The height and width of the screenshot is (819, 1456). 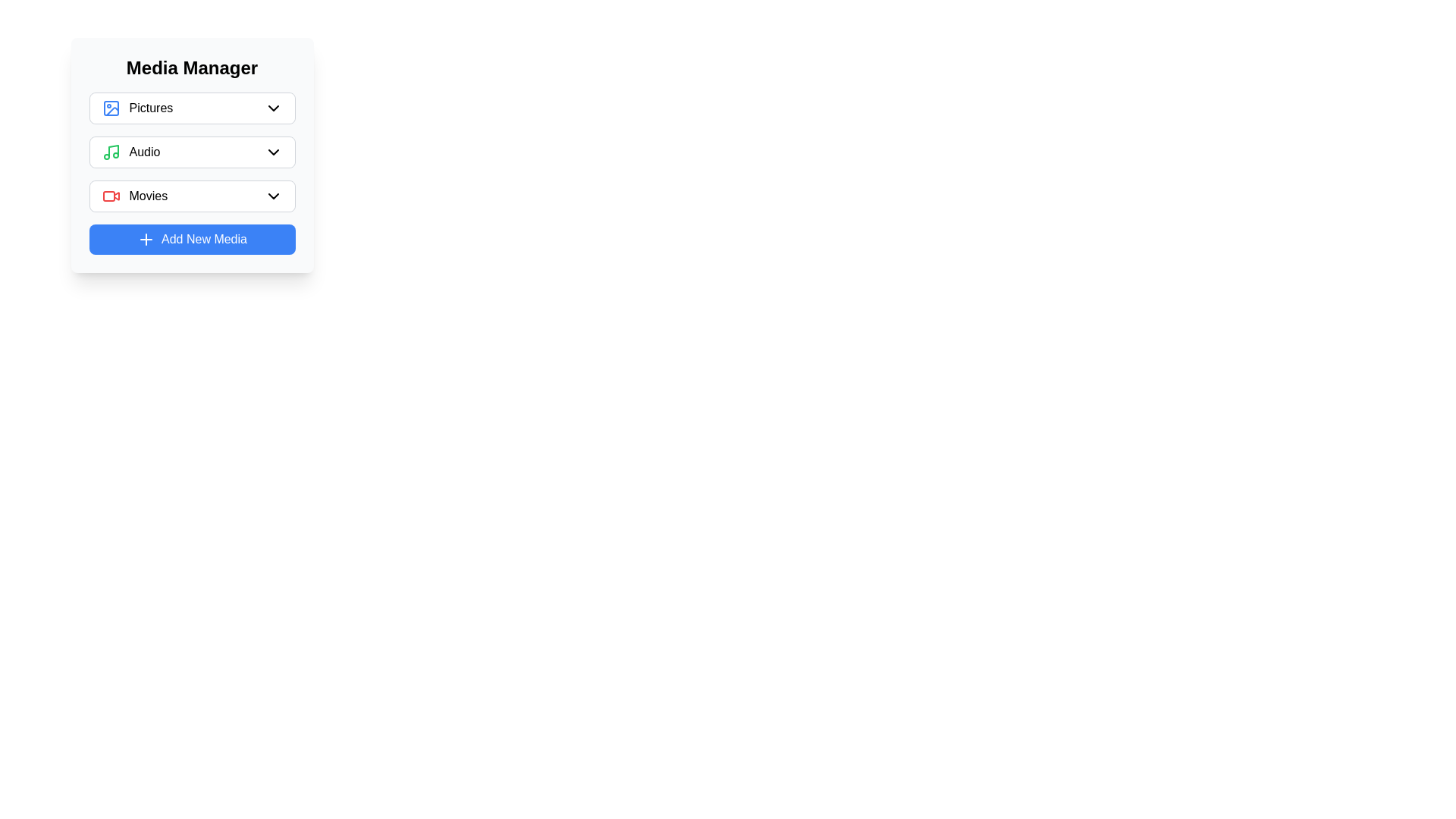 What do you see at coordinates (148, 195) in the screenshot?
I see `the 'Movies' text label element in the 'Media Manager' panel, located in the third row of the vertical list` at bounding box center [148, 195].